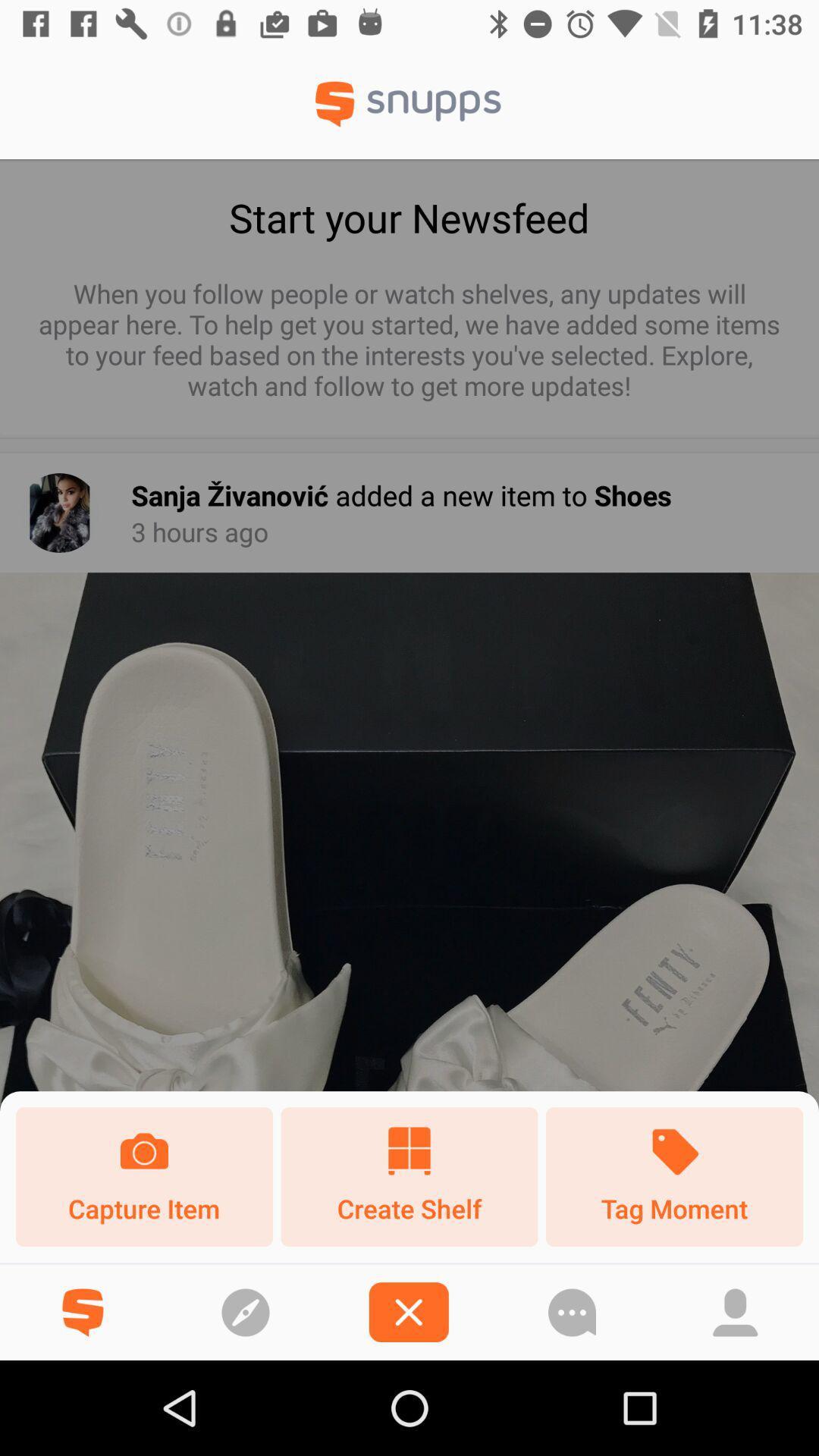 Image resolution: width=819 pixels, height=1456 pixels. I want to click on close, so click(408, 1311).